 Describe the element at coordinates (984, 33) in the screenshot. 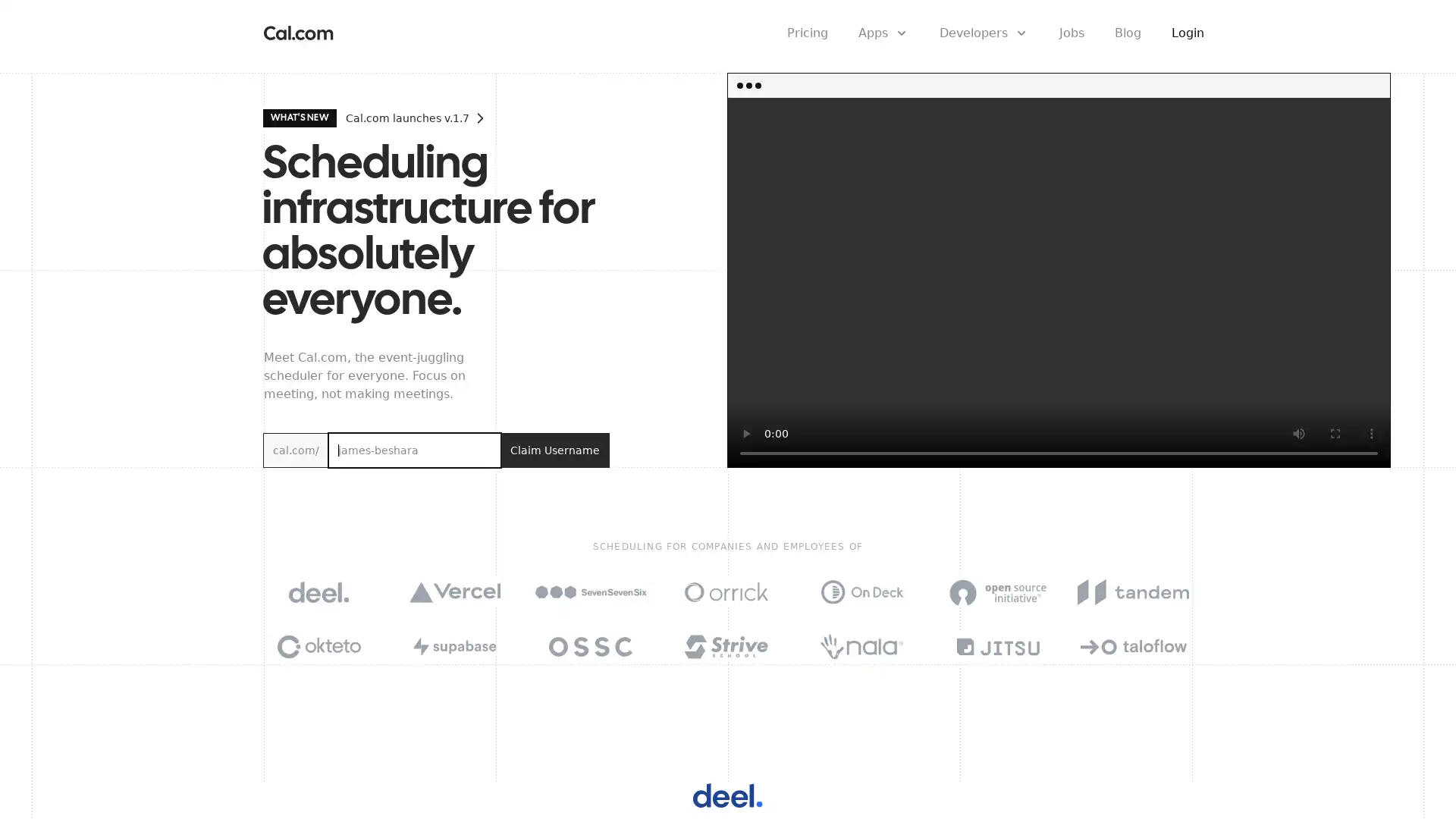

I see `Developers` at that location.